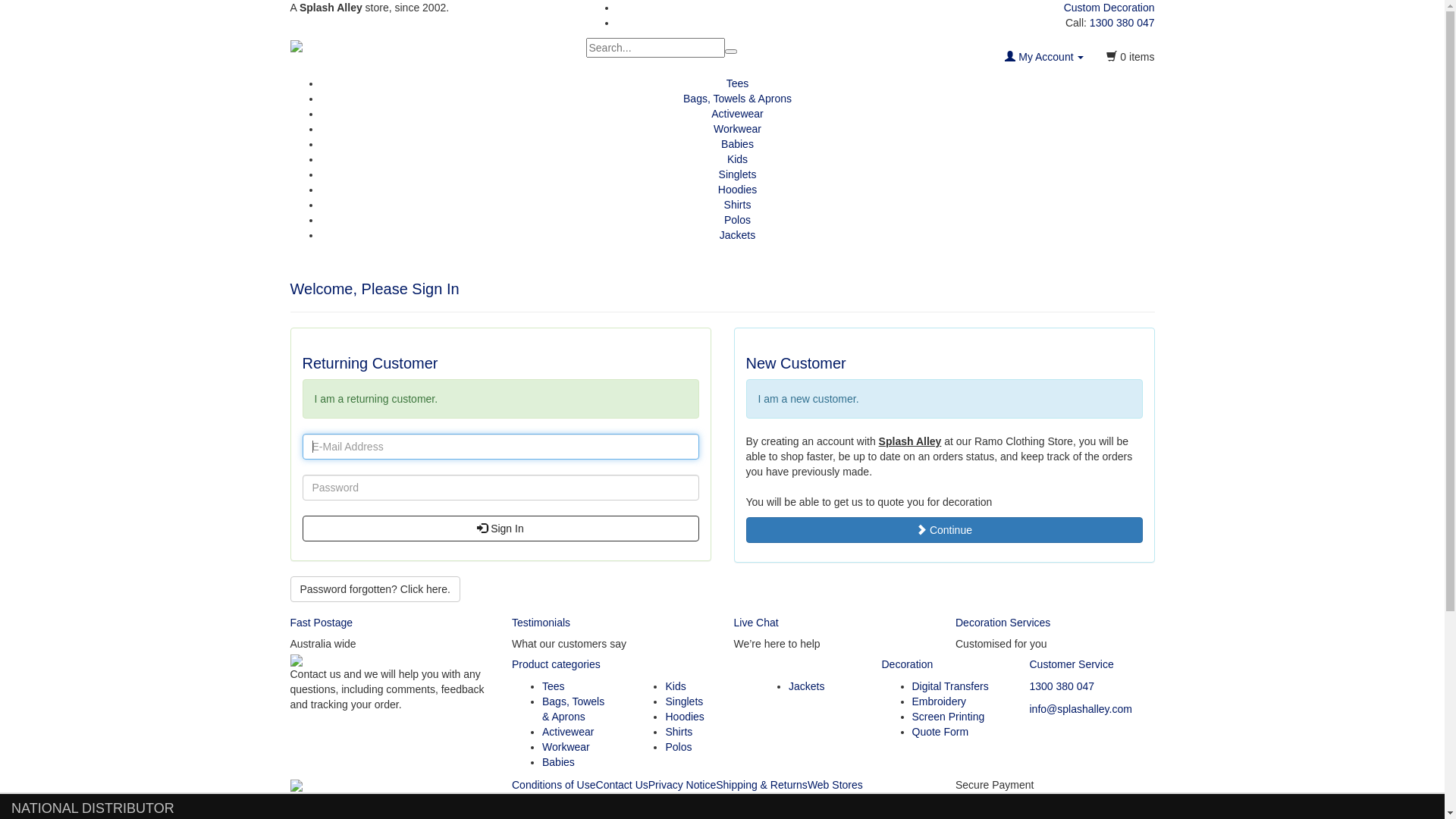 This screenshot has width=1456, height=819. What do you see at coordinates (717, 189) in the screenshot?
I see `'Hoodies'` at bounding box center [717, 189].